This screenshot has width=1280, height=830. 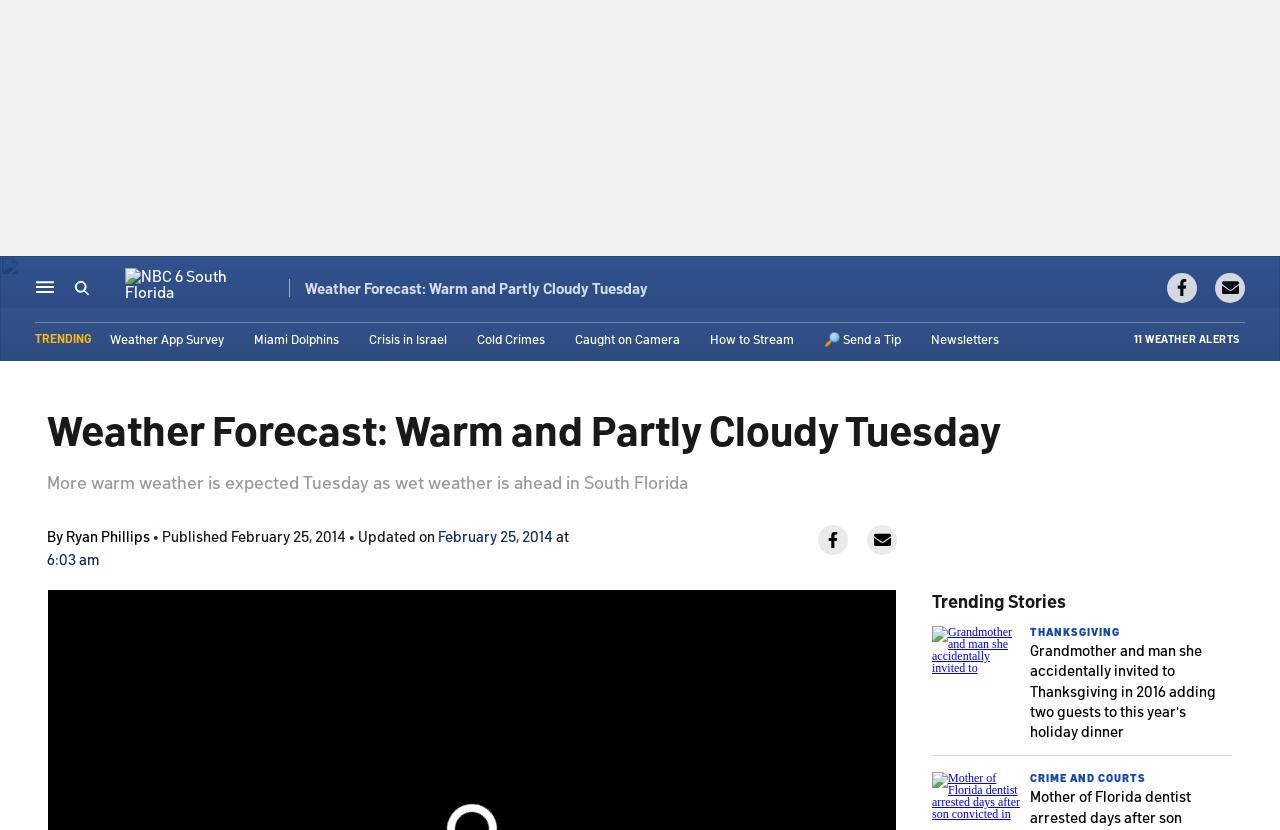 I want to click on 'Crisis in Israel', so click(x=406, y=340).